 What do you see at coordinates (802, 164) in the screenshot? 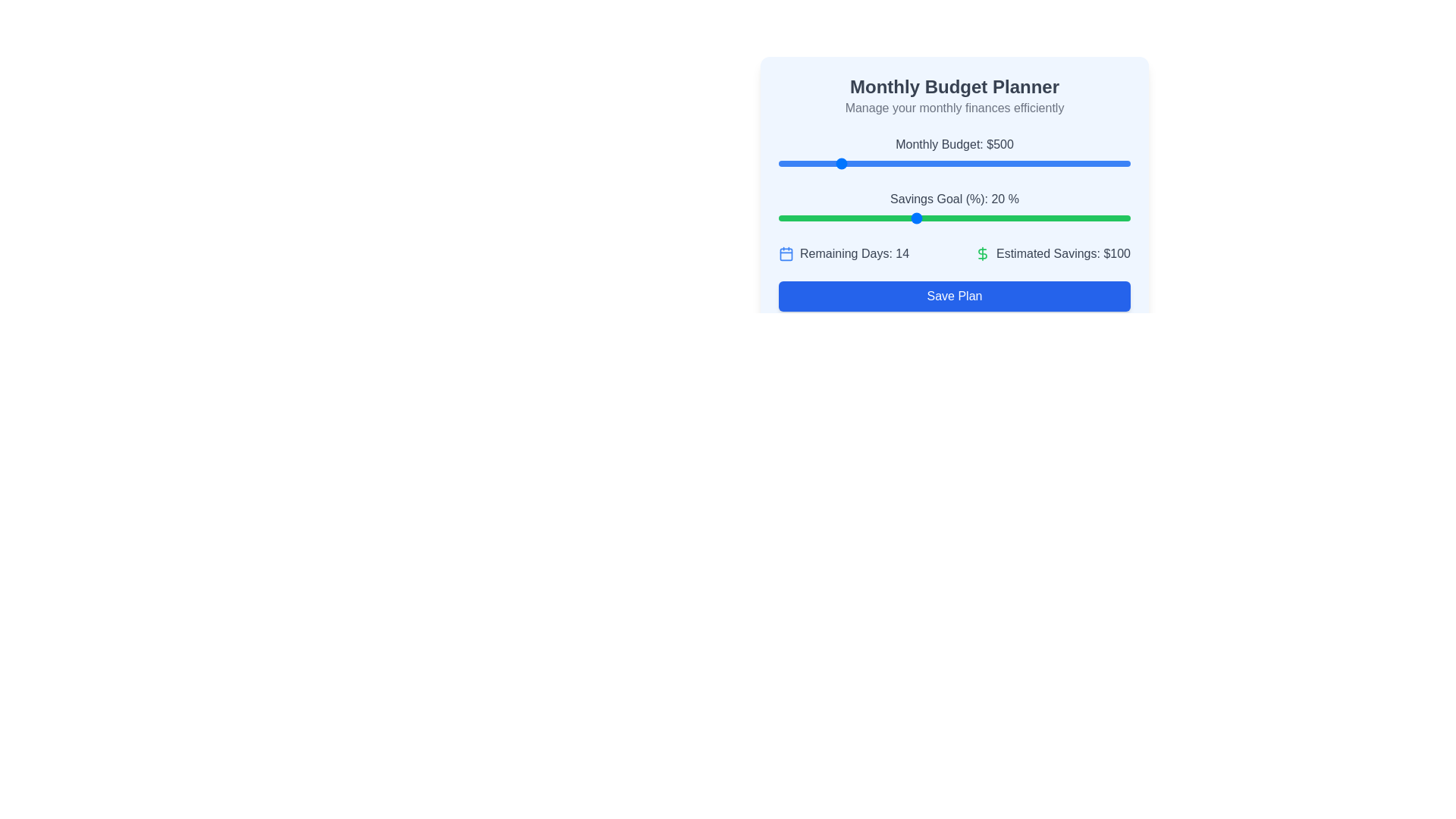
I see `the budget` at bounding box center [802, 164].